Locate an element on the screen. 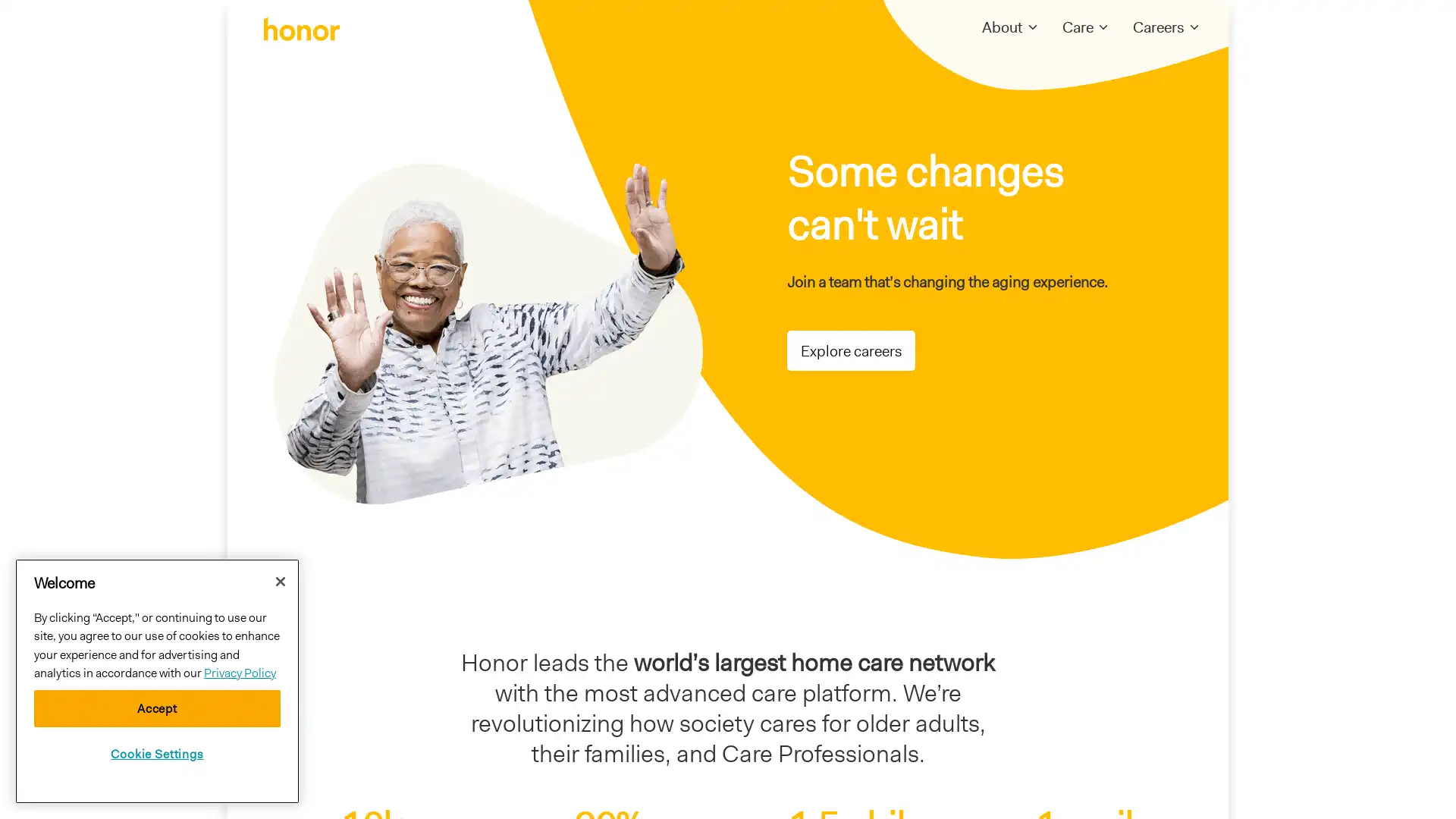 The height and width of the screenshot is (819, 1456). Accept is located at coordinates (157, 708).